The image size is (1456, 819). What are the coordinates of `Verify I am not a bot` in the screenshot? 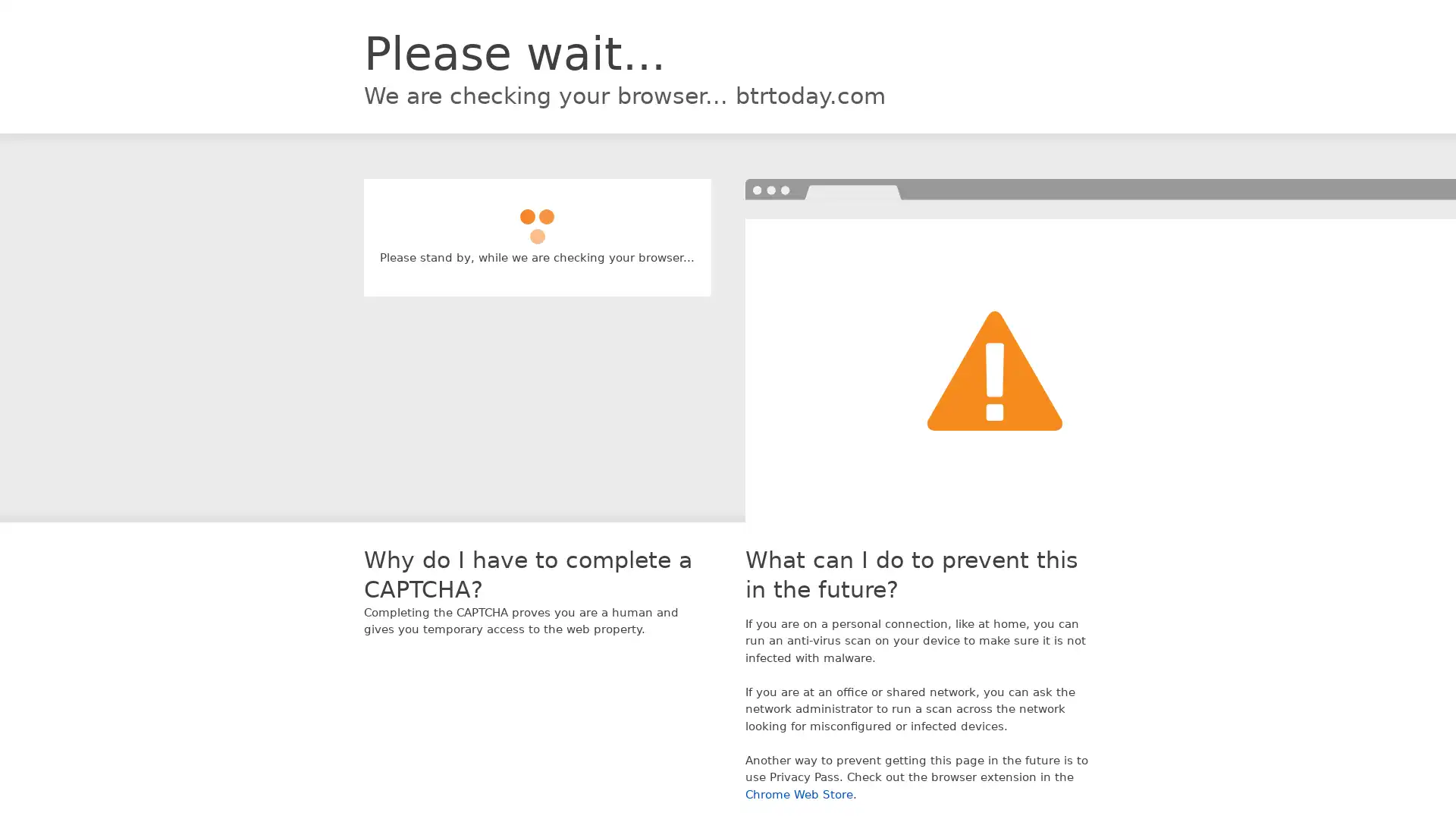 It's located at (537, 219).